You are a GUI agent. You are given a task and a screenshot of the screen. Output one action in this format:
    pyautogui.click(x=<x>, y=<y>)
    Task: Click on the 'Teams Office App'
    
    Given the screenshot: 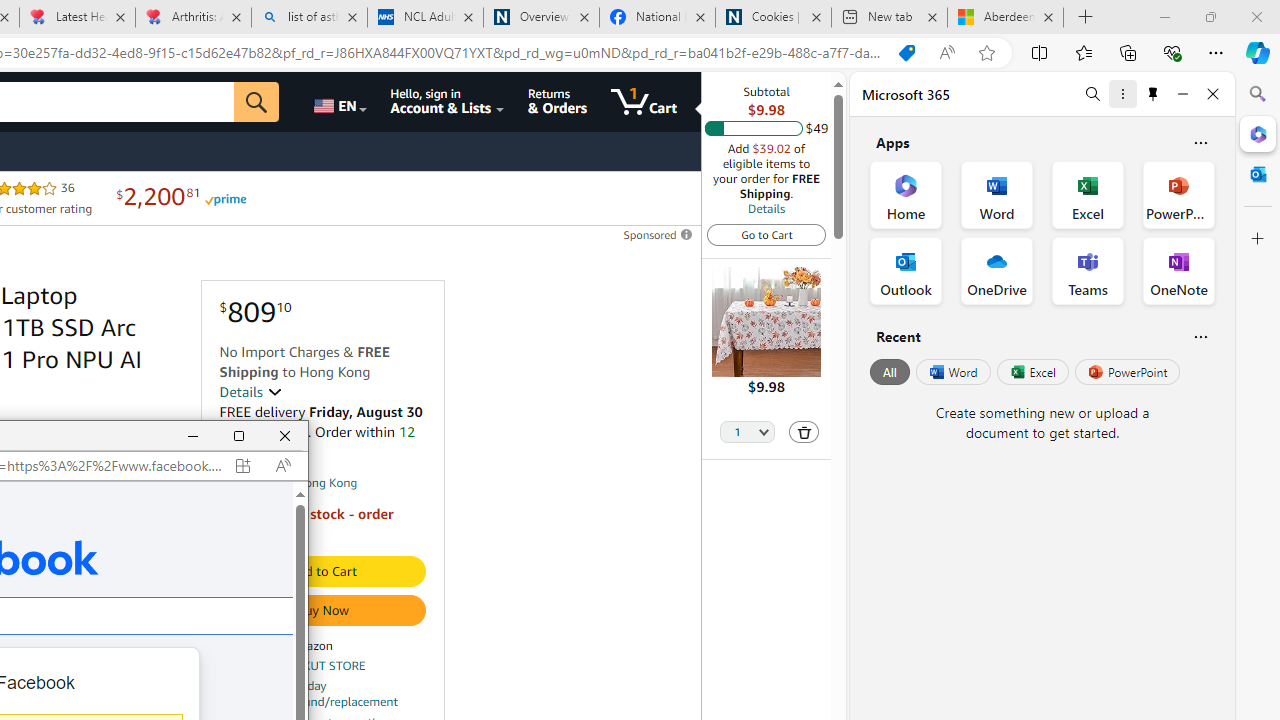 What is the action you would take?
    pyautogui.click(x=1087, y=271)
    